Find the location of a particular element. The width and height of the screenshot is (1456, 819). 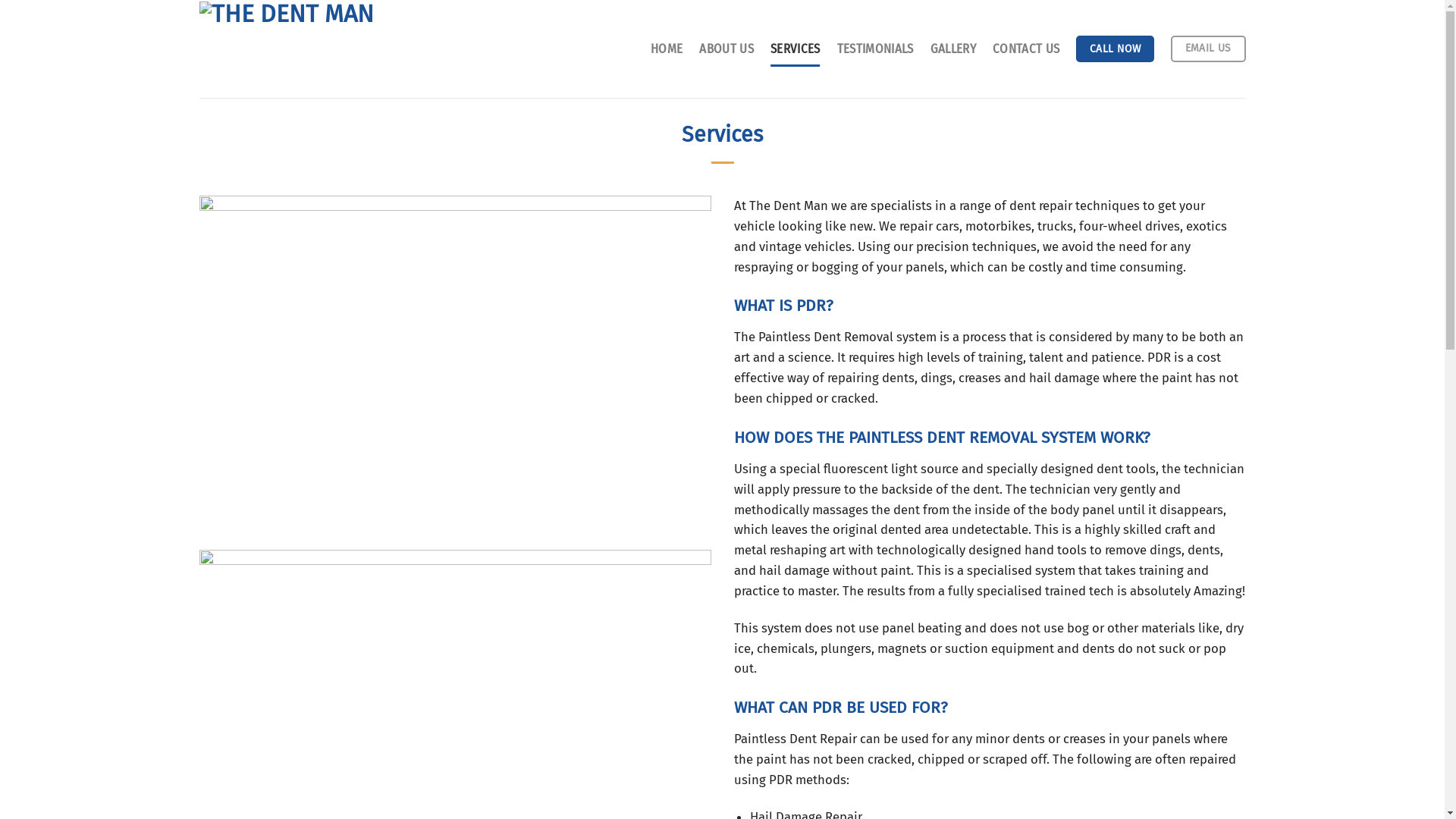

'TESTIMONIALS' is located at coordinates (875, 48).